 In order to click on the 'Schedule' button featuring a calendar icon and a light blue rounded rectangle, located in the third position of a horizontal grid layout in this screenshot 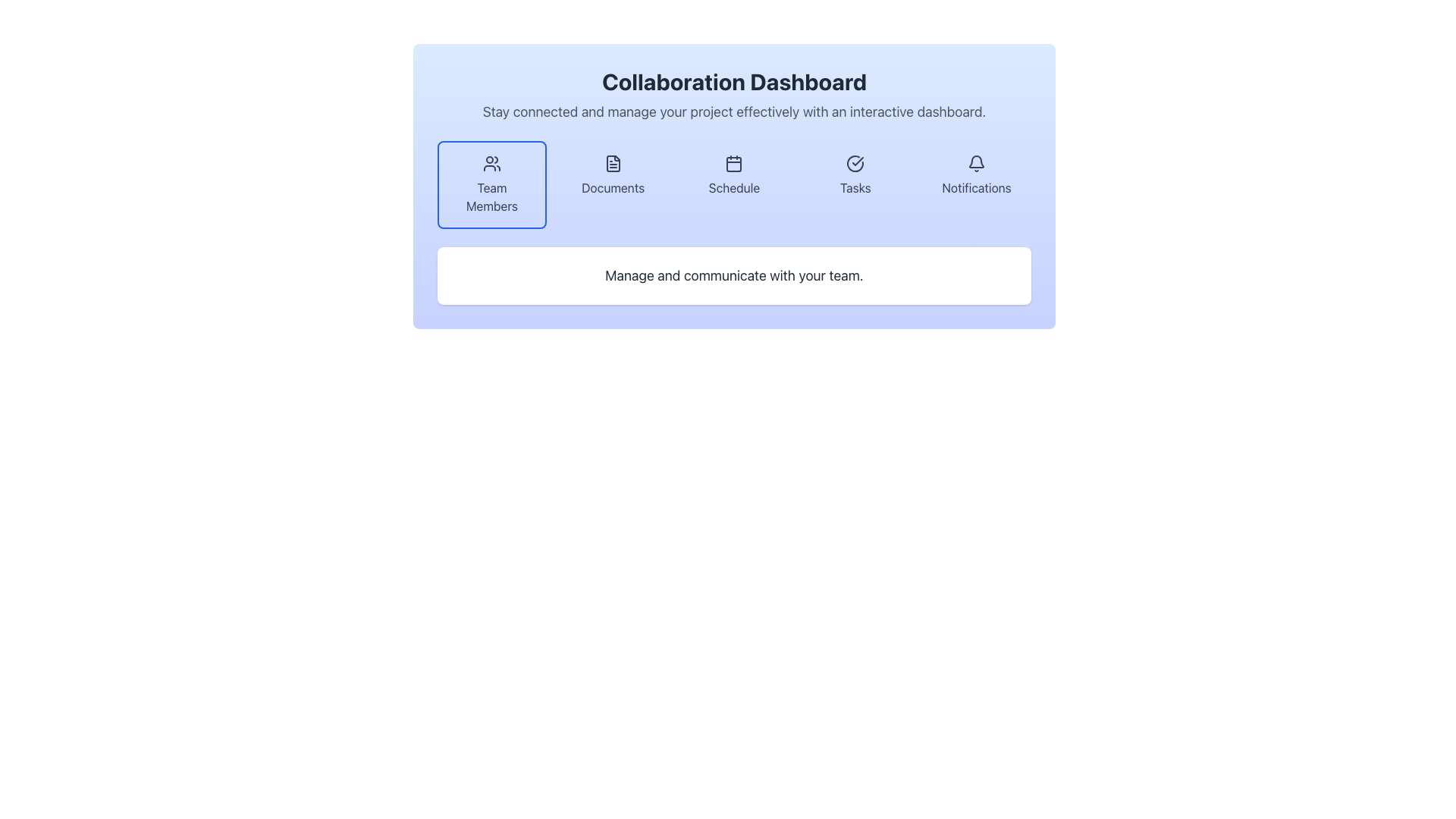, I will do `click(734, 184)`.